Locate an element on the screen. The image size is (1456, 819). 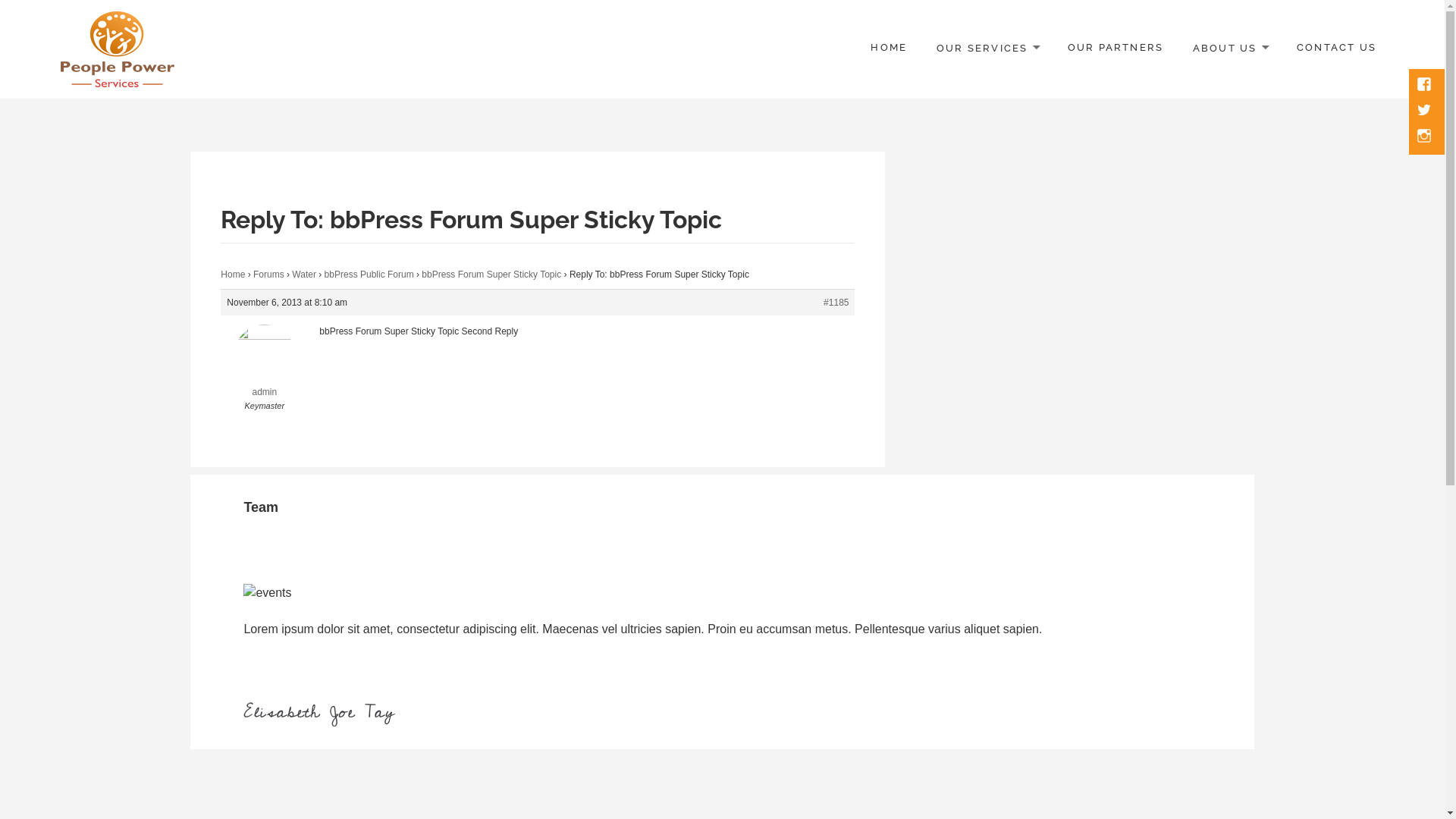
'Twitter' is located at coordinates (1425, 110).